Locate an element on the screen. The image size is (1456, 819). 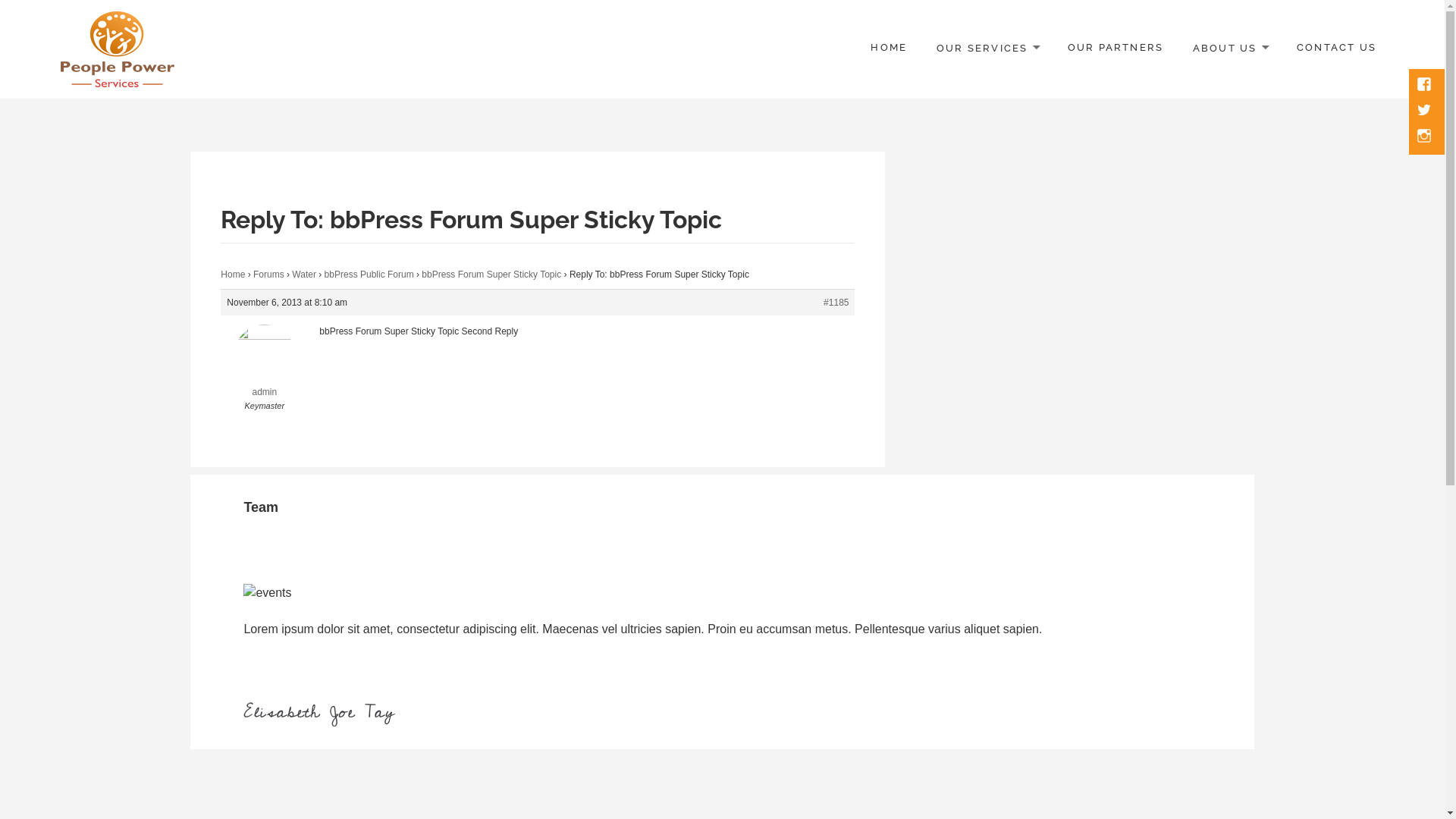
'Twitter' is located at coordinates (1425, 110).